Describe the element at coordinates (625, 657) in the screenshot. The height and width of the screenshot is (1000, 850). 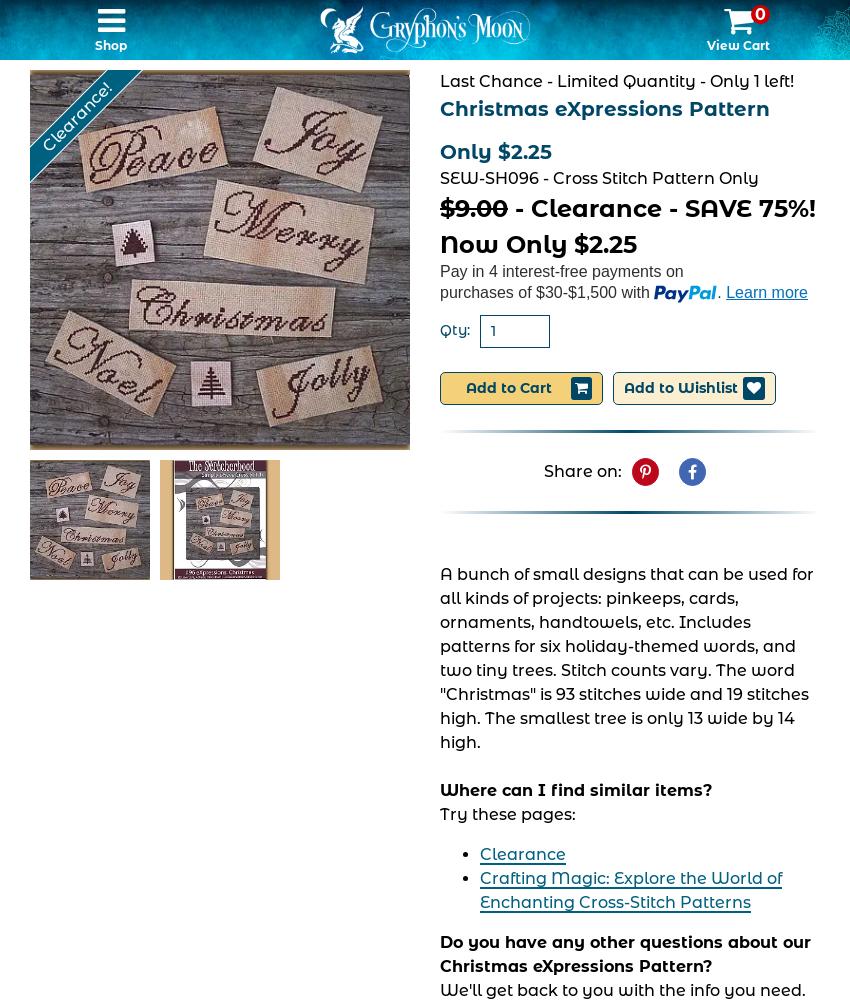
I see `'A bunch of small designs that can be used for all kinds of projects: pinkeeps, cards, ornaments, handtowels, etc. Includes patterns for six holiday-themed words, and two tiny trees. Stitch counts vary. The word "Christmas" is 93 stitches wide and 19 stitches high. The smallest tree is only 13 wide by 14 high.'` at that location.